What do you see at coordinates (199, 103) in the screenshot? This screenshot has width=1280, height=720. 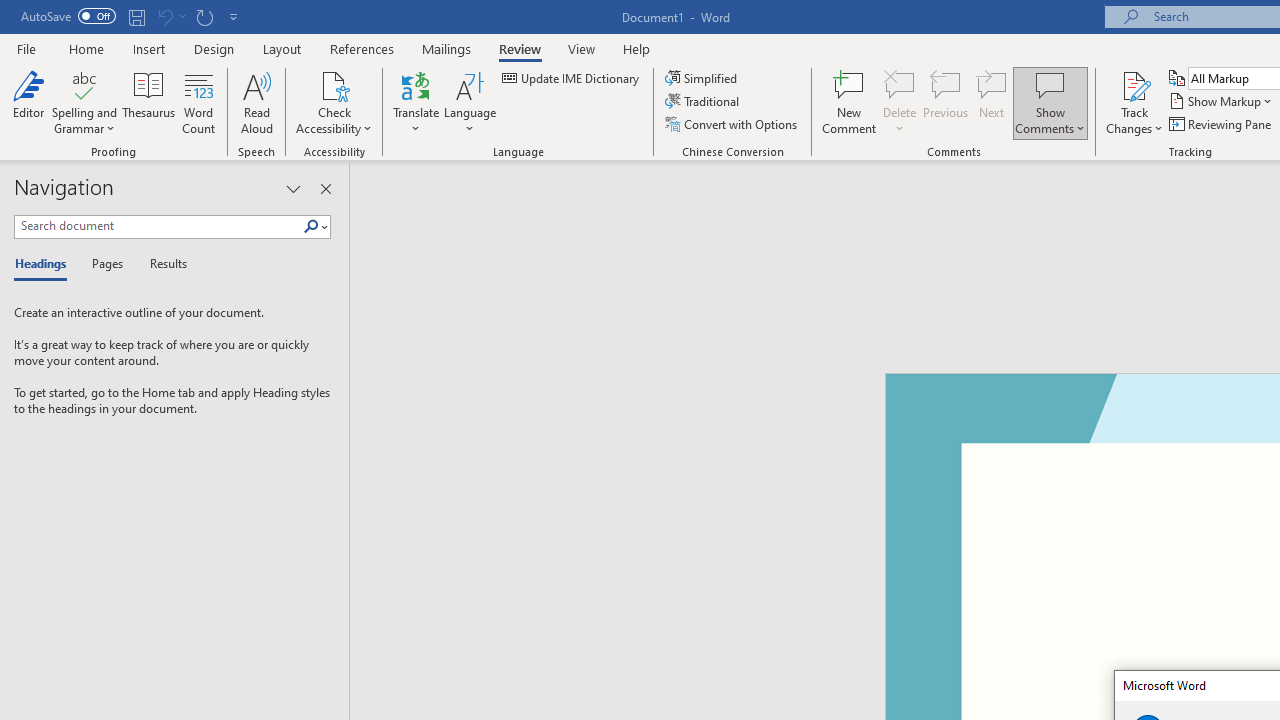 I see `'Word Count'` at bounding box center [199, 103].